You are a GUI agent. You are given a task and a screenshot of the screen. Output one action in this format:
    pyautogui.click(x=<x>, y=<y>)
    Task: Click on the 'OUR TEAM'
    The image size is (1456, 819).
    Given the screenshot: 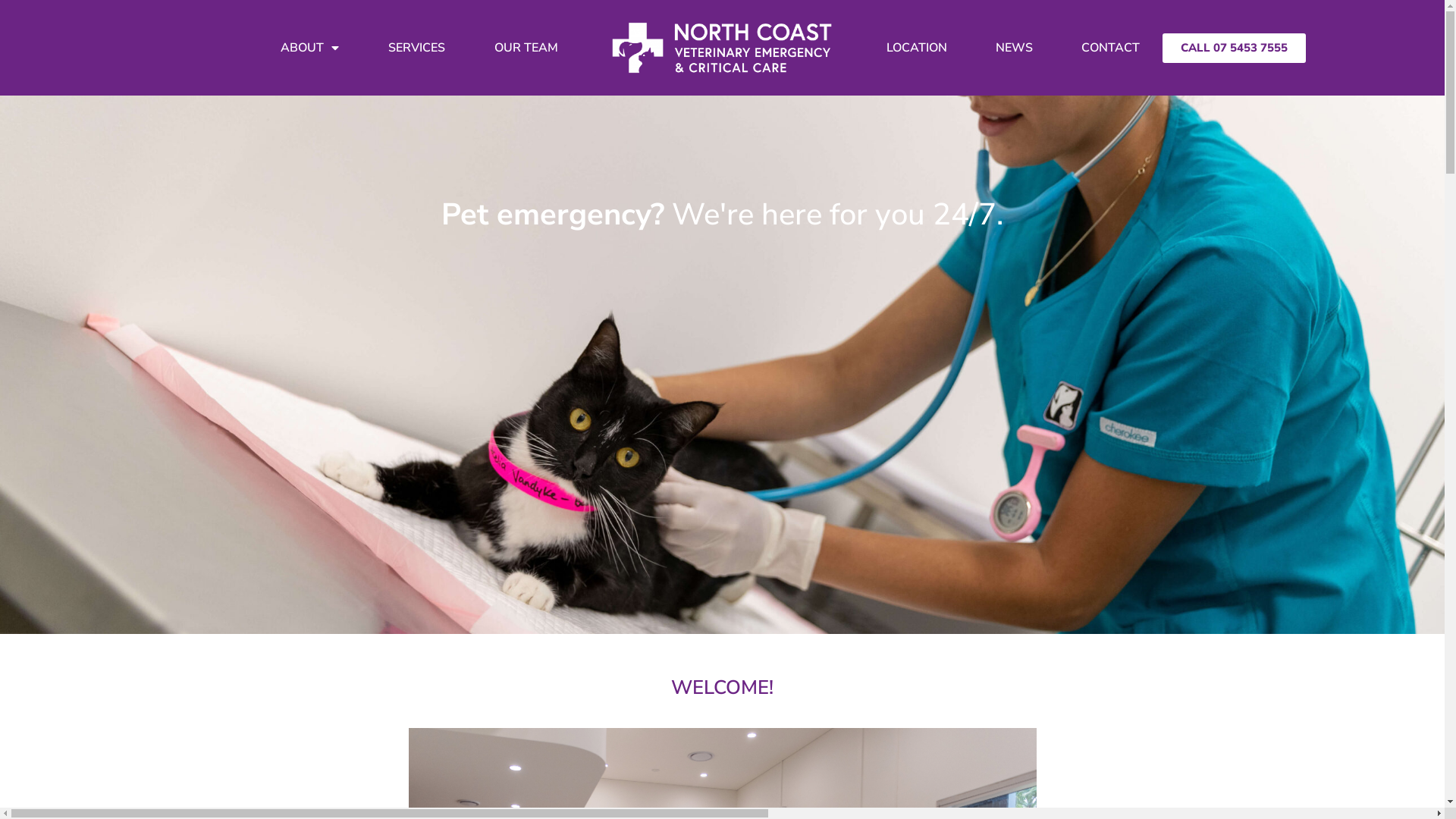 What is the action you would take?
    pyautogui.click(x=526, y=46)
    